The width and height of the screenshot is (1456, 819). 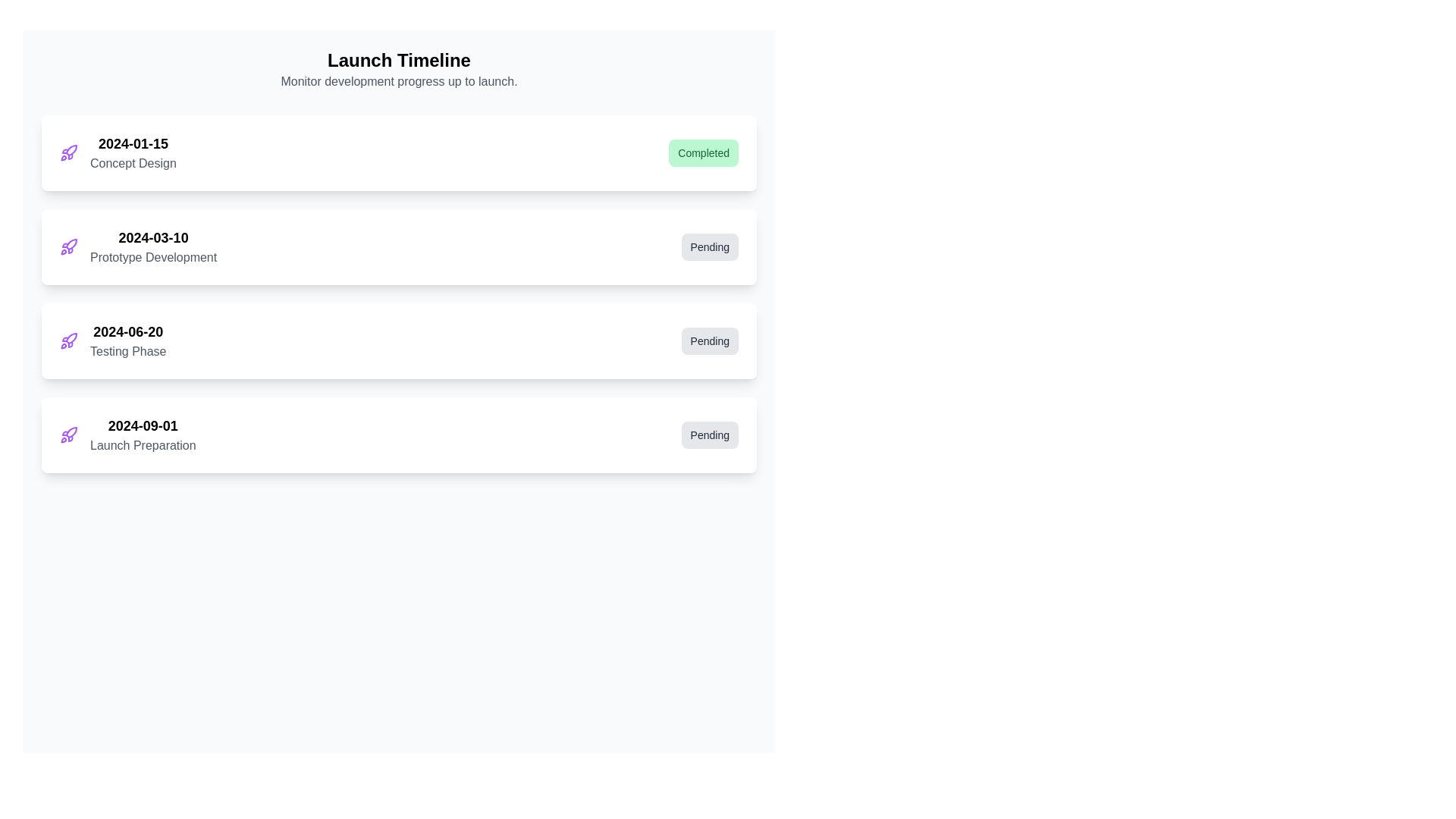 What do you see at coordinates (143, 435) in the screenshot?
I see `the label displaying the date '2024-09-01' and the description 'Launch Preparation', which is the fourth element in a vertically stacked timeline layout` at bounding box center [143, 435].